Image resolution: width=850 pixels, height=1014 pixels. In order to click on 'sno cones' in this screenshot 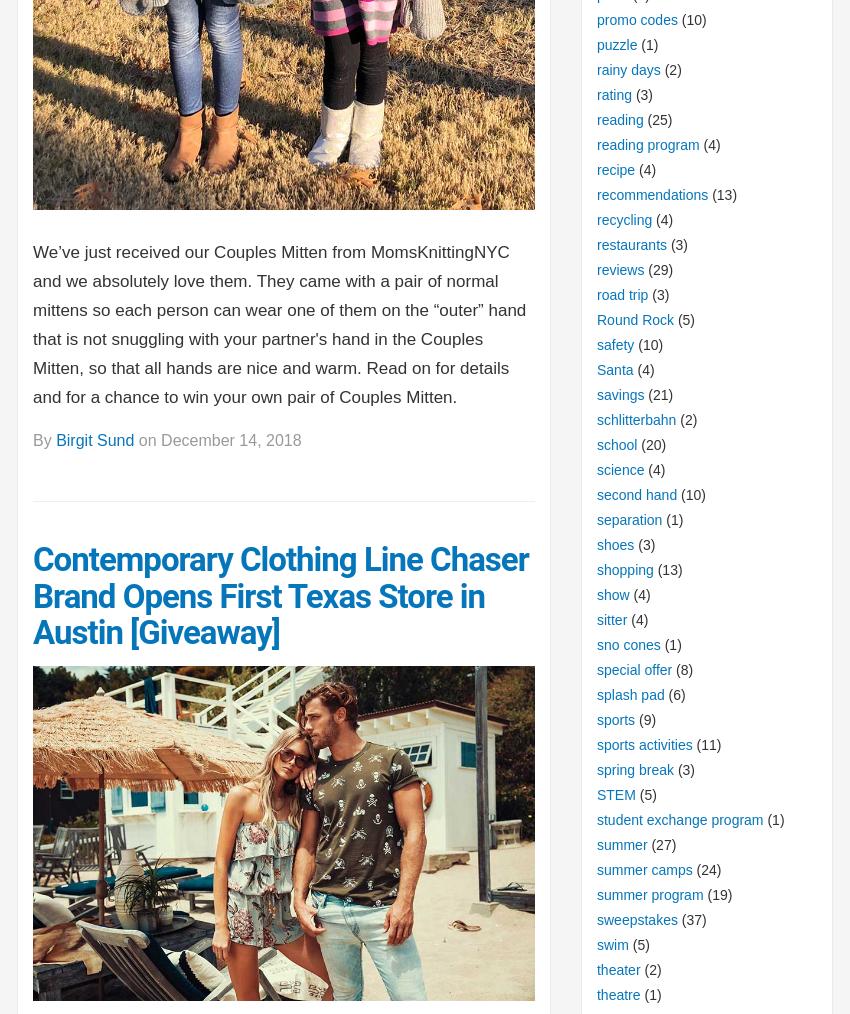, I will do `click(626, 643)`.